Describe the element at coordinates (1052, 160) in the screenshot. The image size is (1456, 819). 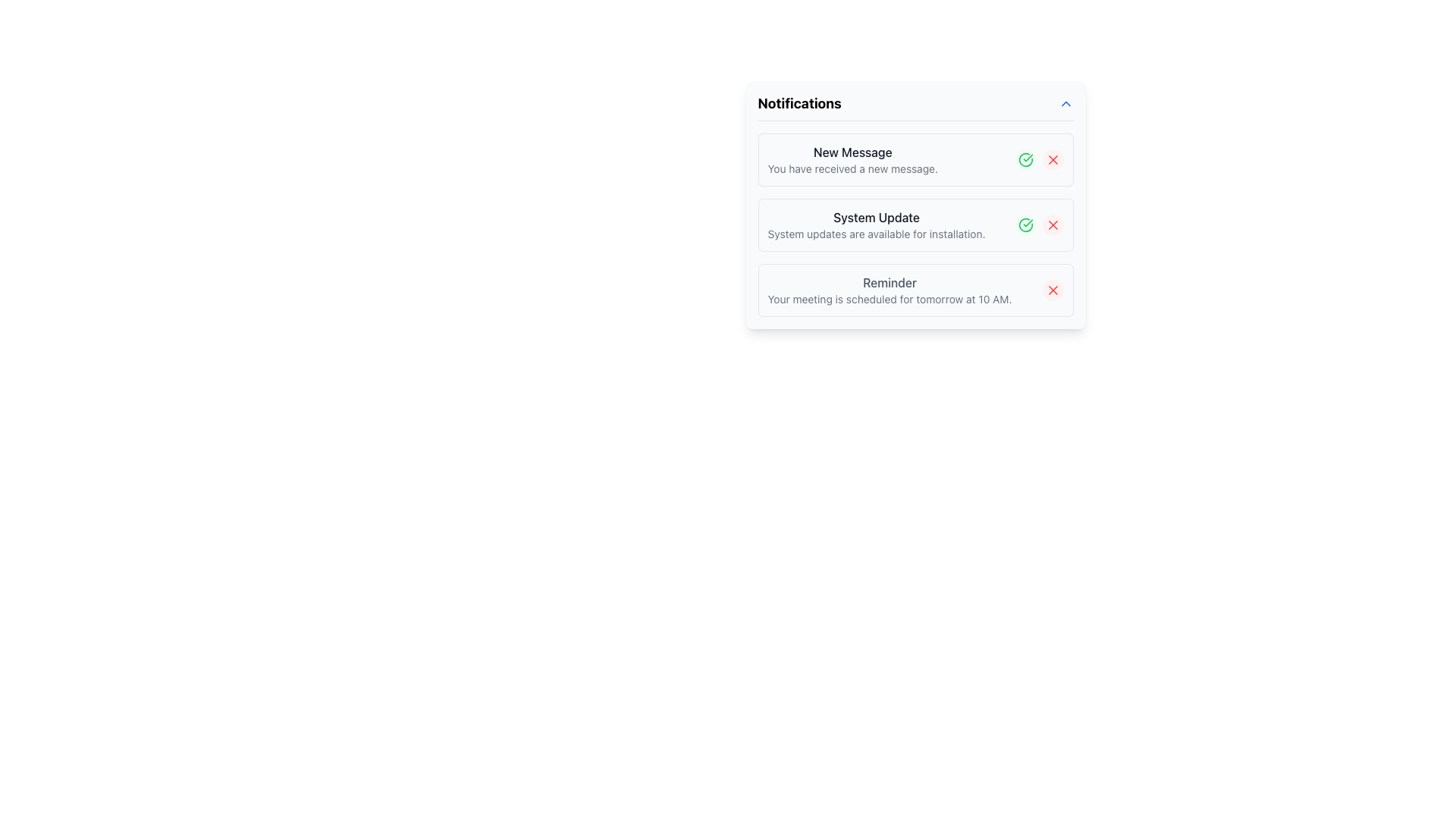
I see `the dismiss icon located in the upper portion of the notification panel, specifically the rightmost icon in the row for the 'New Message' notification` at that location.